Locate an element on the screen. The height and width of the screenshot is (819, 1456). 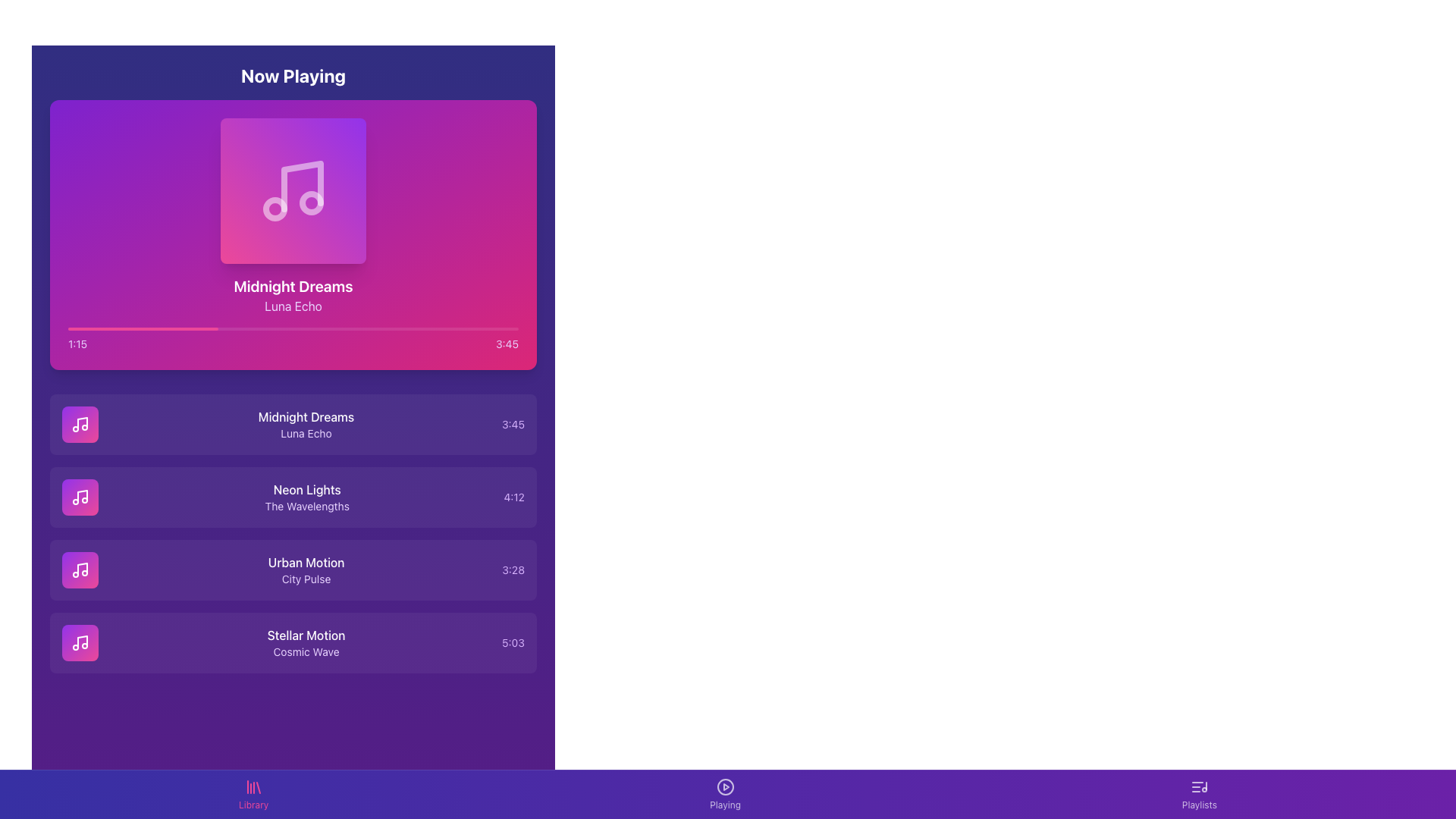
text 'City Pulse' located underneath the 'Urban Motion' heading in the third music track entry is located at coordinates (306, 579).